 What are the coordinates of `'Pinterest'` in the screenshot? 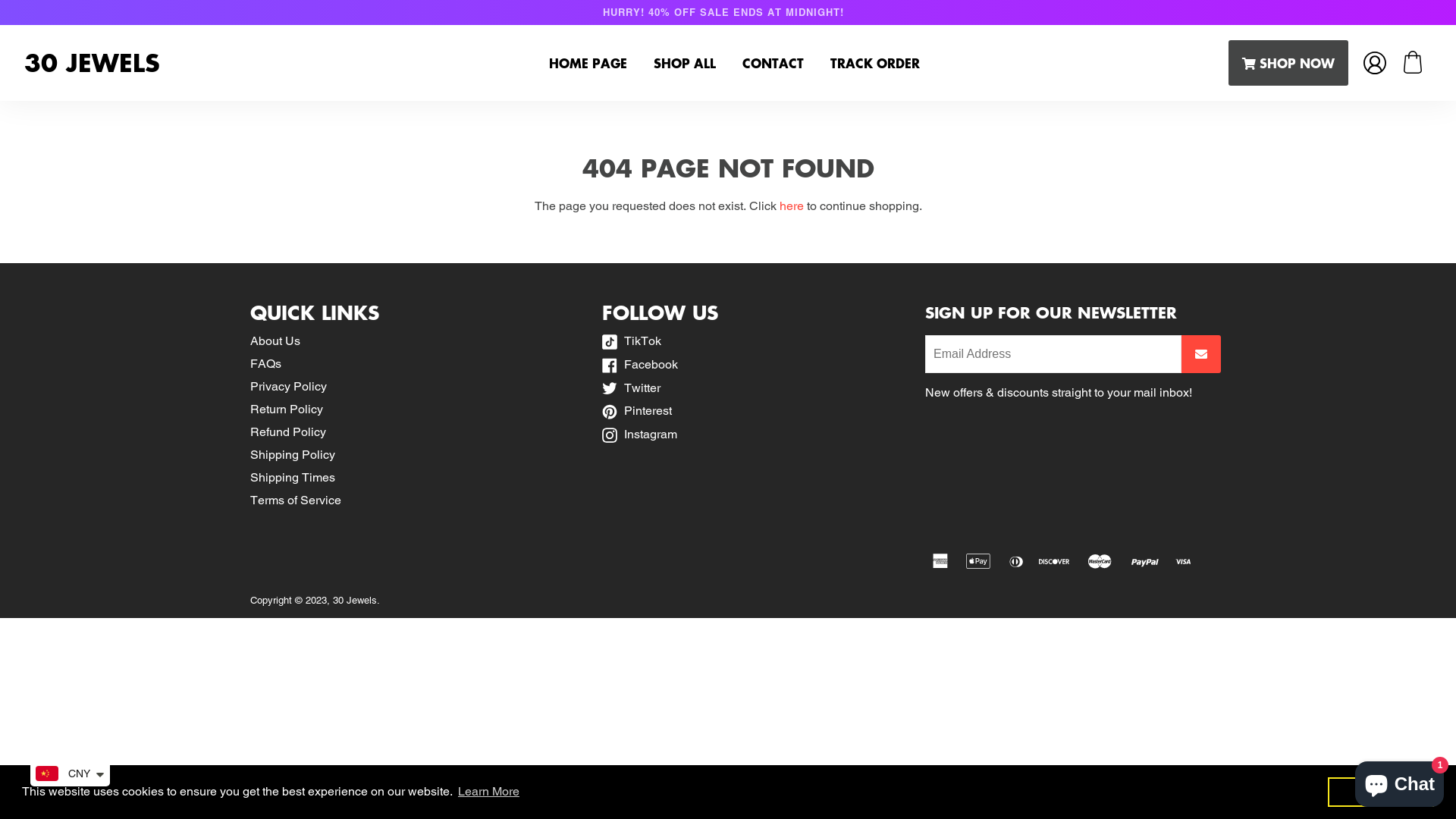 It's located at (637, 410).